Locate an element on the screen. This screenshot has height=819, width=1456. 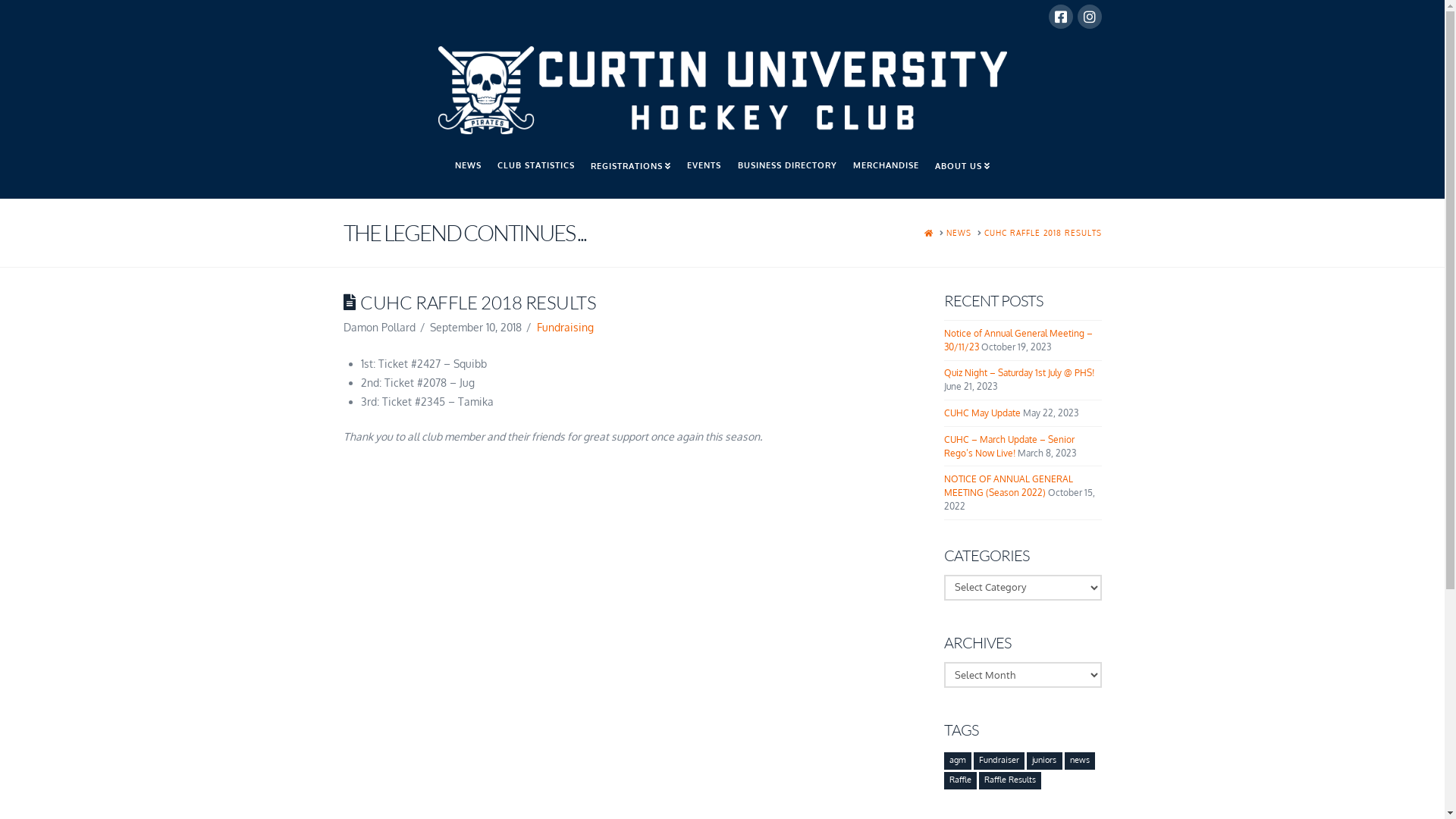
'Raffle' is located at coordinates (959, 780).